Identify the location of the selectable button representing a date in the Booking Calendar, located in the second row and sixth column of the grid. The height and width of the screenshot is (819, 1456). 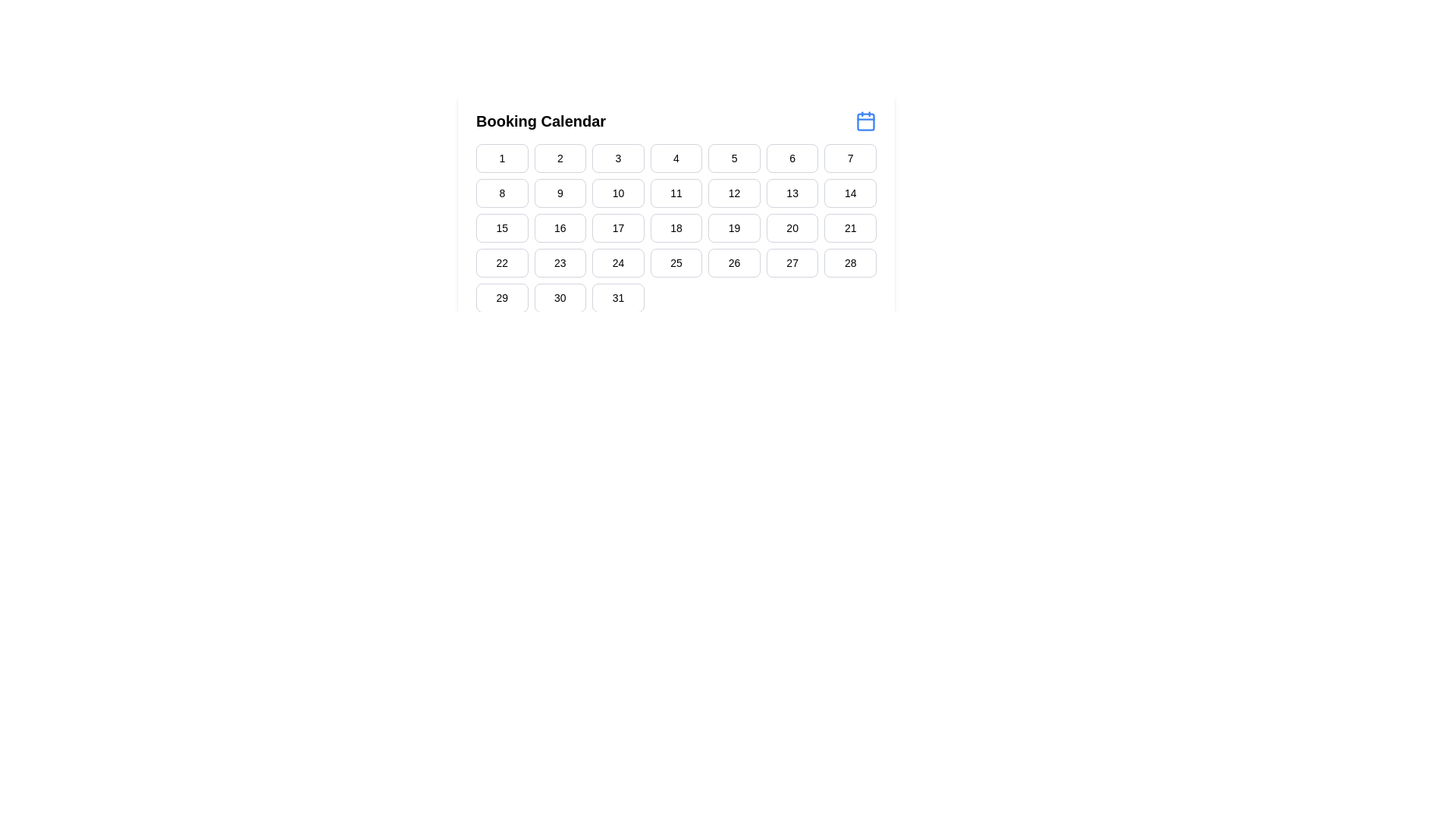
(792, 192).